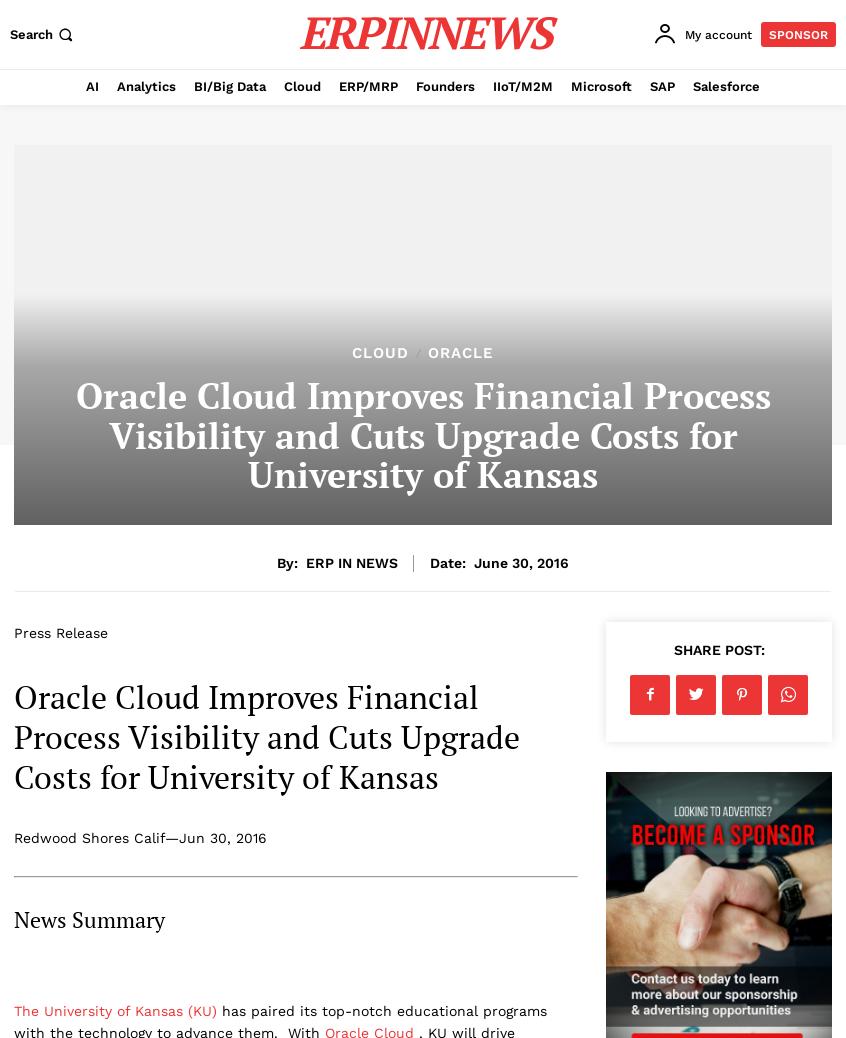 The height and width of the screenshot is (1038, 846). Describe the element at coordinates (447, 562) in the screenshot. I see `'Date:'` at that location.